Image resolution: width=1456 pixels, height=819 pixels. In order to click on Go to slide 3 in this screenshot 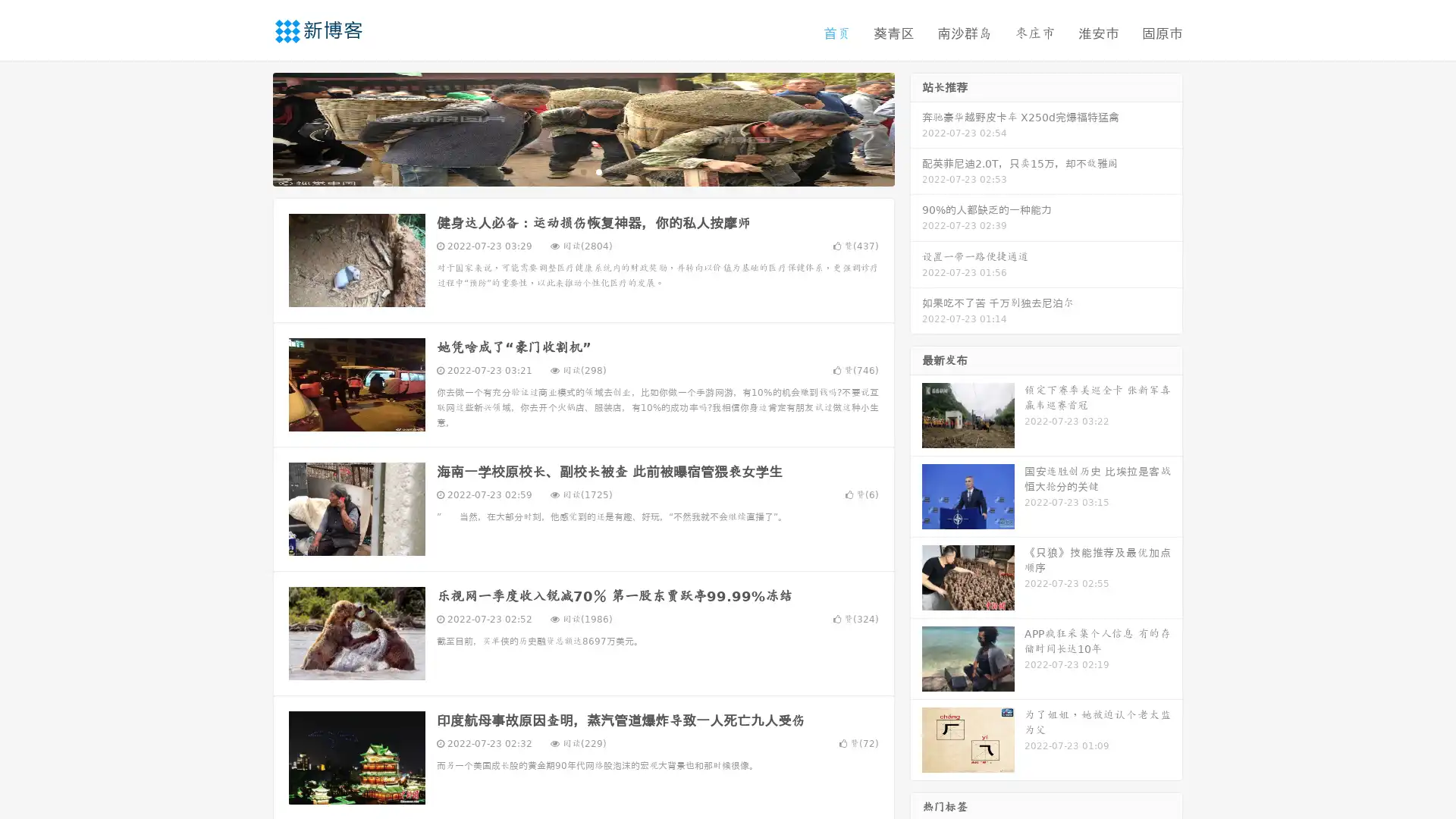, I will do `click(598, 171)`.